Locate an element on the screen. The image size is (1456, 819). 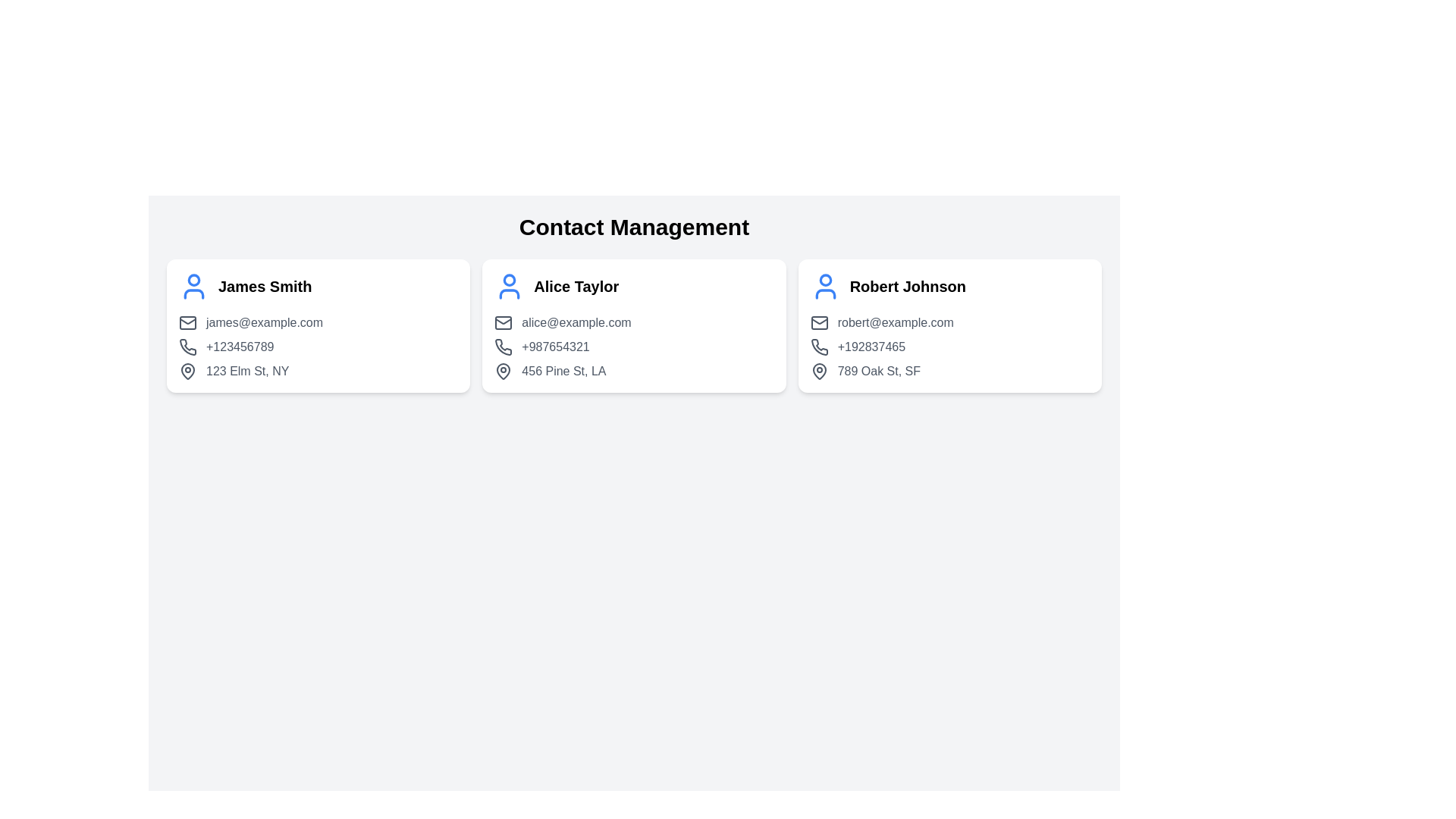
the map pin icon located to the left of the address '456 Pine St, LA' in the contact card of 'Alice Taylor' to associate it with the accompanying address is located at coordinates (503, 371).